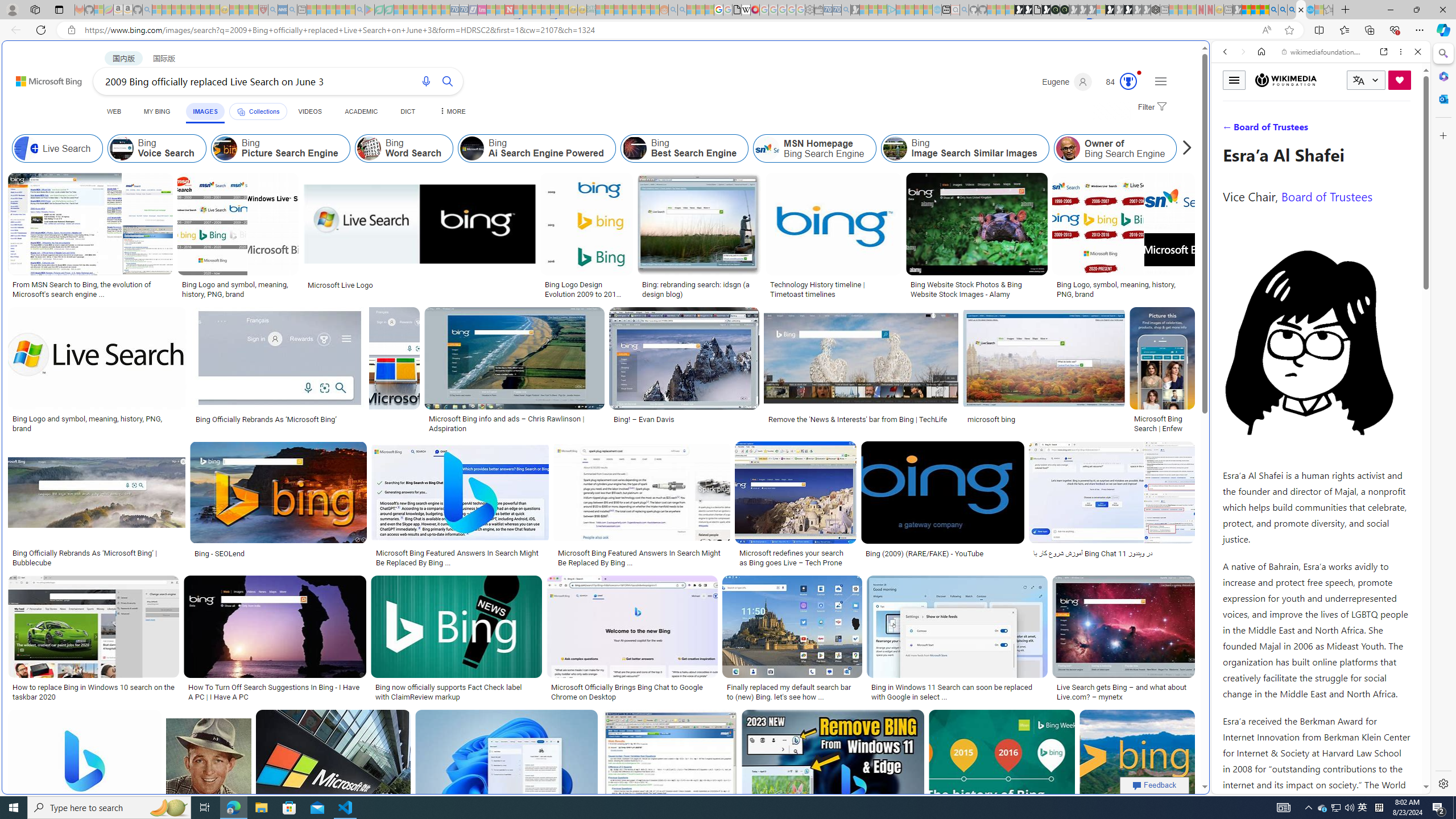  What do you see at coordinates (1233, 80) in the screenshot?
I see `'Toggle menu'` at bounding box center [1233, 80].